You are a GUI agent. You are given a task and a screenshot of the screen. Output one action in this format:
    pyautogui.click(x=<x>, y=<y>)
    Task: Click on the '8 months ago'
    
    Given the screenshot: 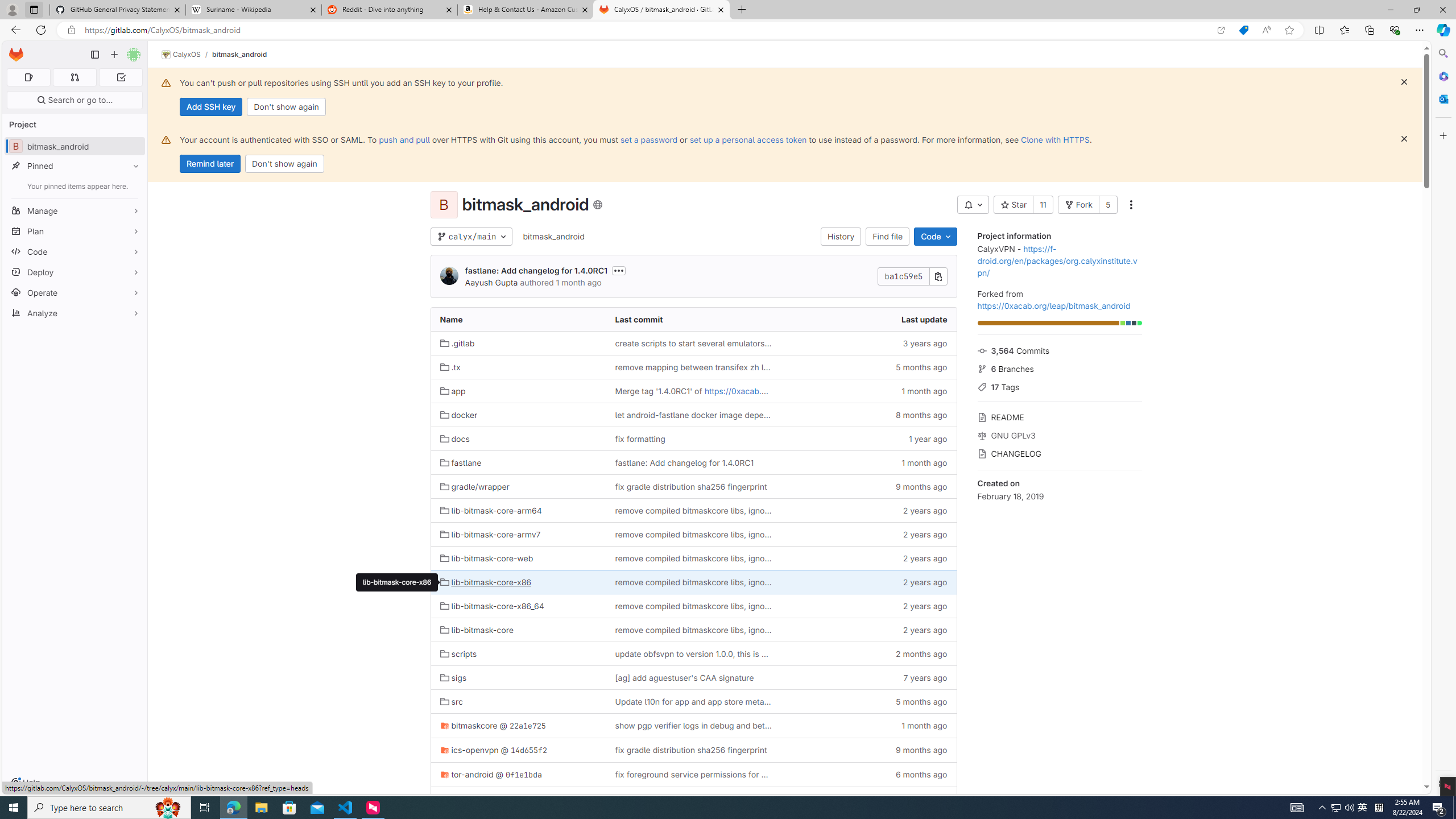 What is the action you would take?
    pyautogui.click(x=868, y=415)
    